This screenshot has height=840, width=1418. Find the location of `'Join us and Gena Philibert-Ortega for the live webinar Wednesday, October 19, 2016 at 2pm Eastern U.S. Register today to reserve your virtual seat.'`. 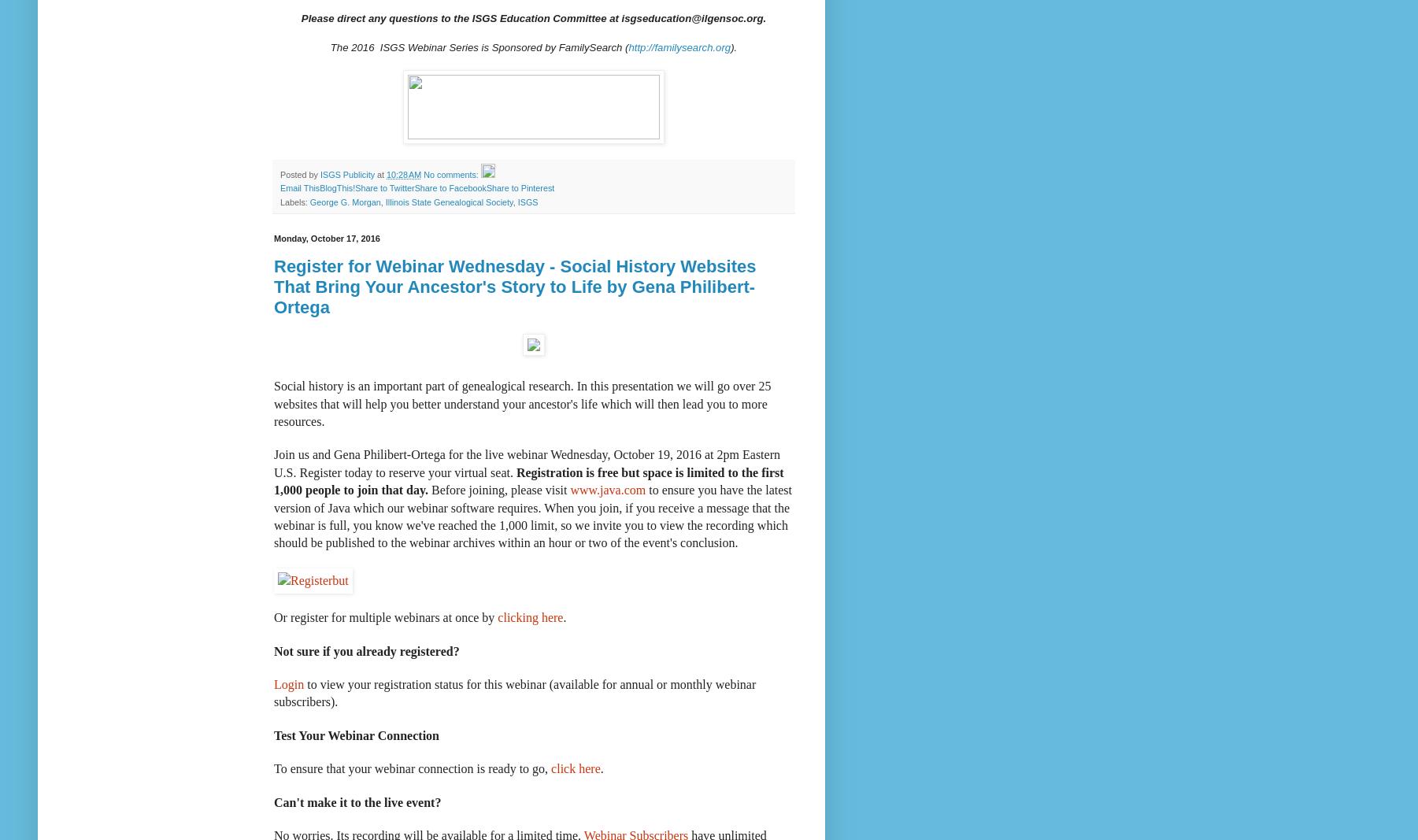

'Join us and Gena Philibert-Ortega for the live webinar Wednesday, October 19, 2016 at 2pm Eastern U.S. Register today to reserve your virtual seat.' is located at coordinates (526, 463).